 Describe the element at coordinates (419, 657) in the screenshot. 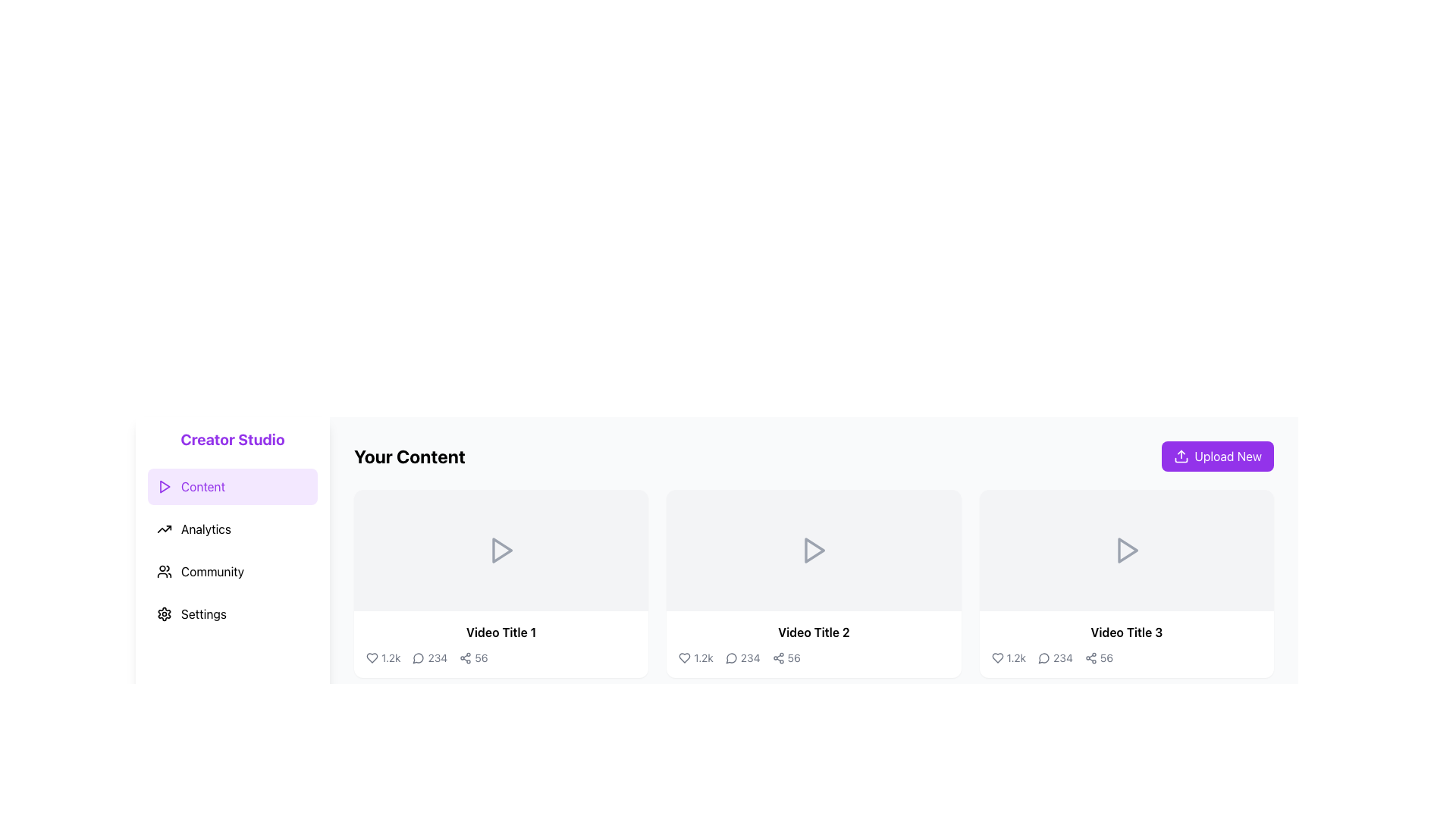

I see `the message bubble icon located beneath the first video thumbnail titled 'Video Title 1', adjacent to the '1.2k' and '234' counters` at that location.